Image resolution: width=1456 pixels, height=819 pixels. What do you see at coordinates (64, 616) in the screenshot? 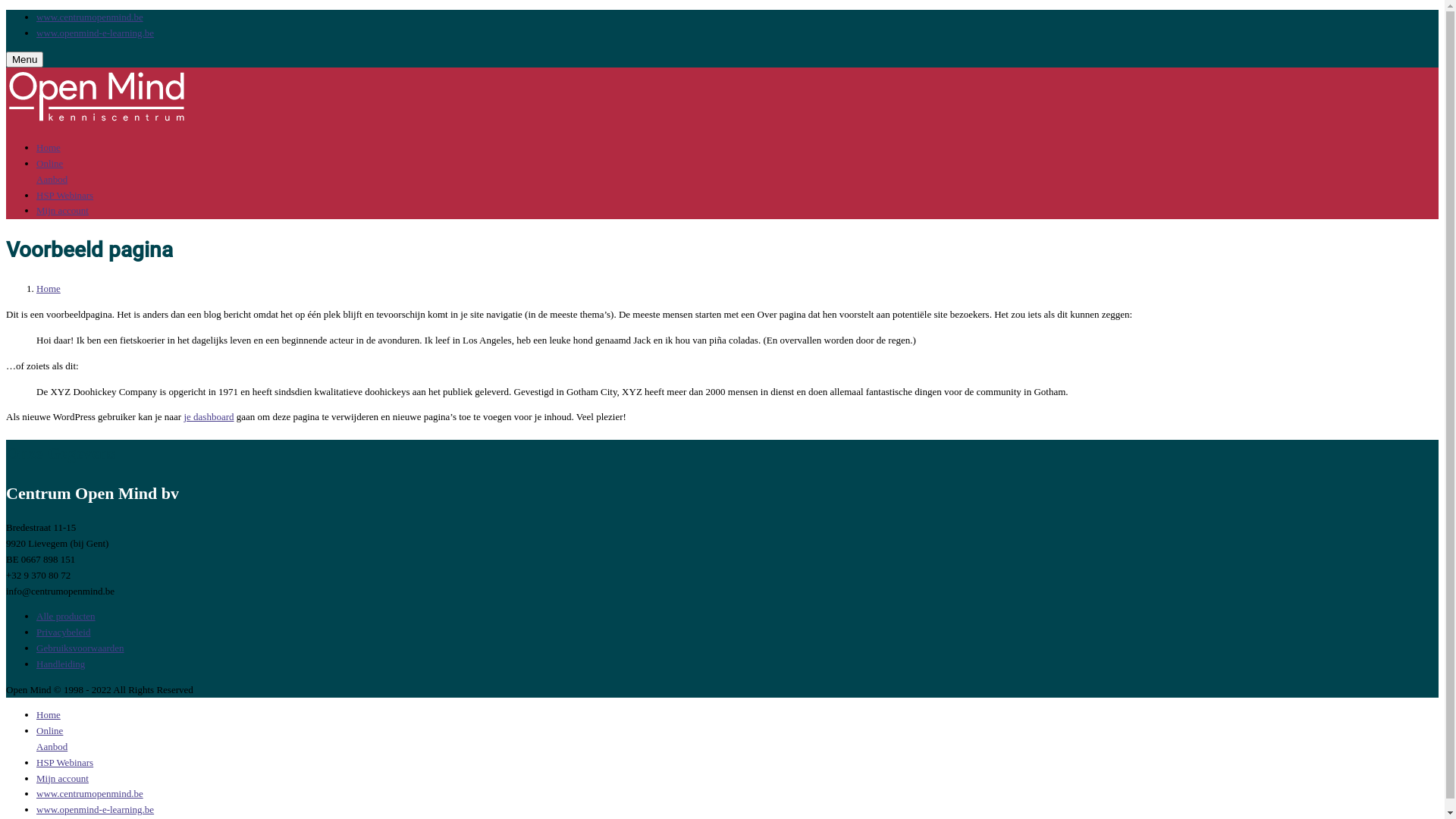
I see `'Alle producten'` at bounding box center [64, 616].